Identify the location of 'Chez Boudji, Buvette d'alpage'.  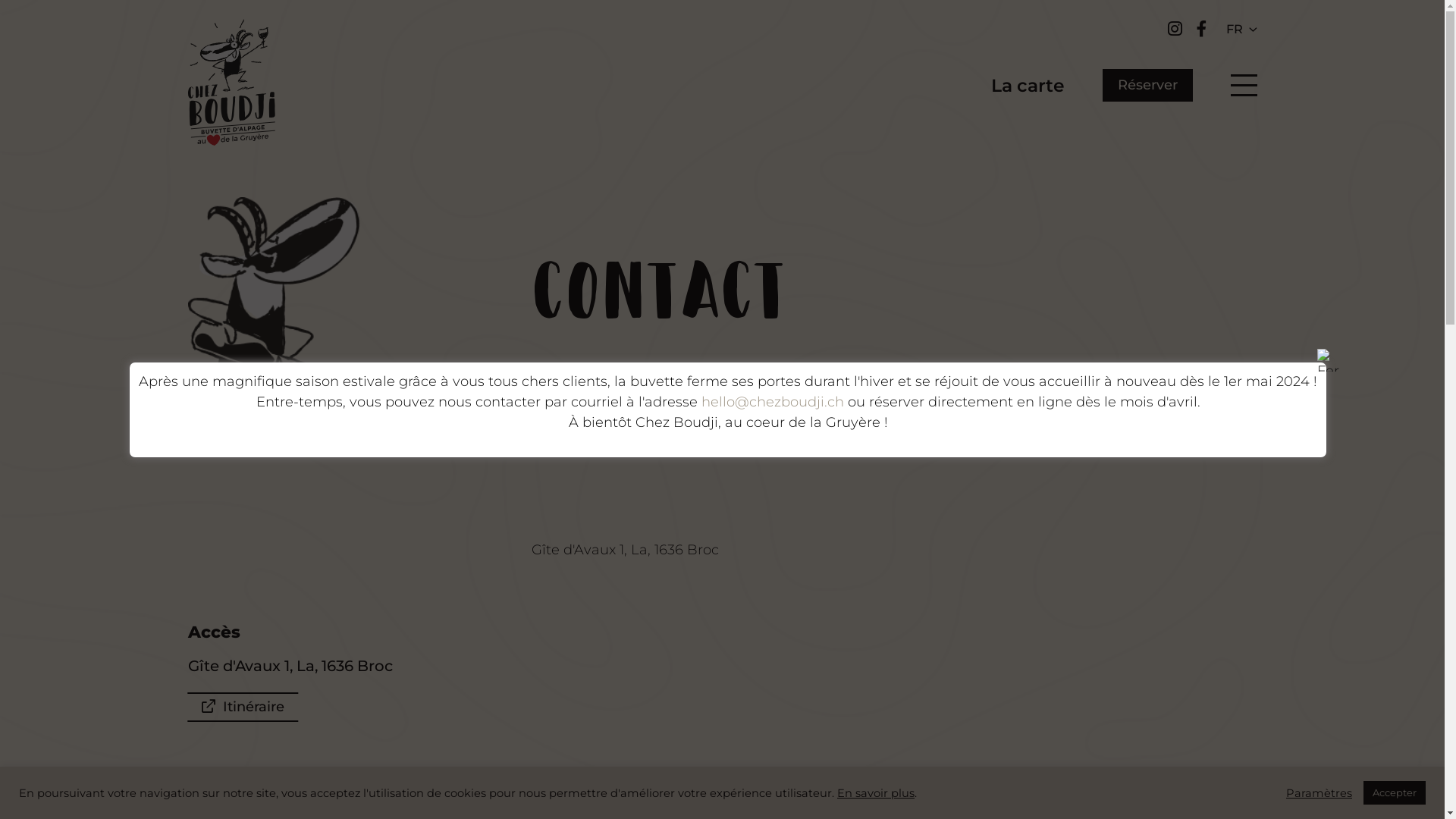
(231, 85).